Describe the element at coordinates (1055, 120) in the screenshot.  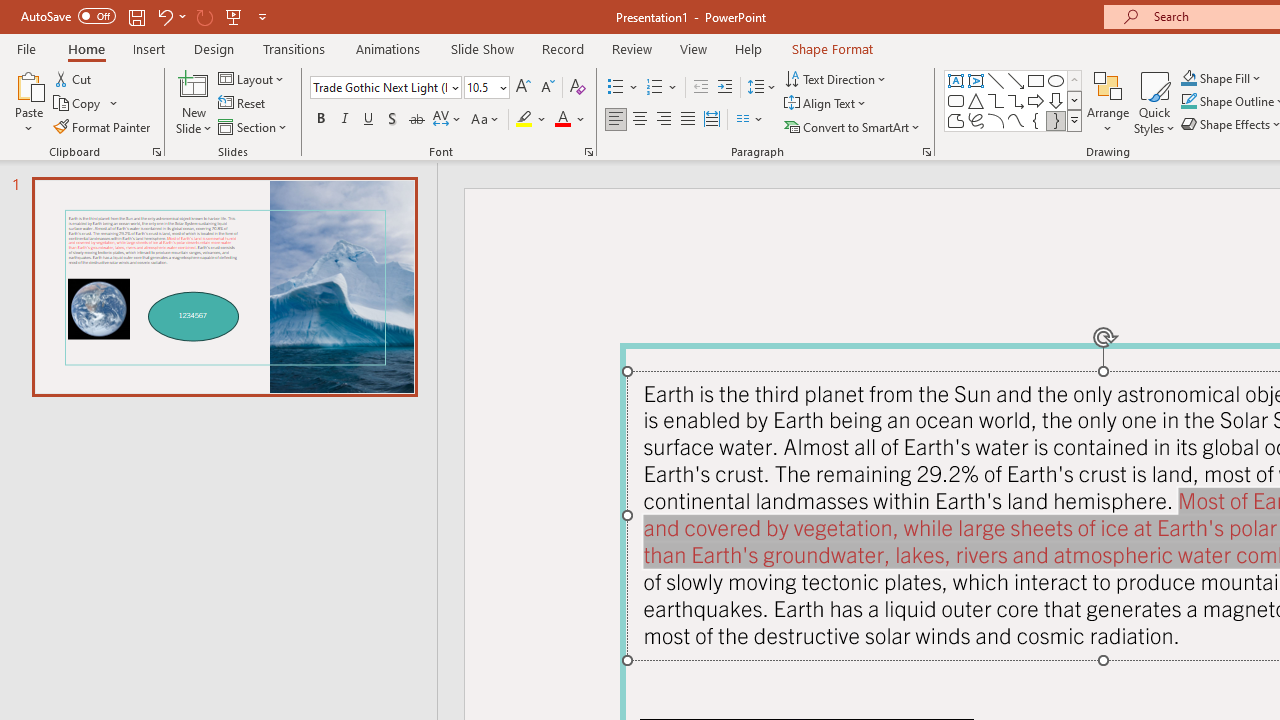
I see `'Right Brace'` at that location.